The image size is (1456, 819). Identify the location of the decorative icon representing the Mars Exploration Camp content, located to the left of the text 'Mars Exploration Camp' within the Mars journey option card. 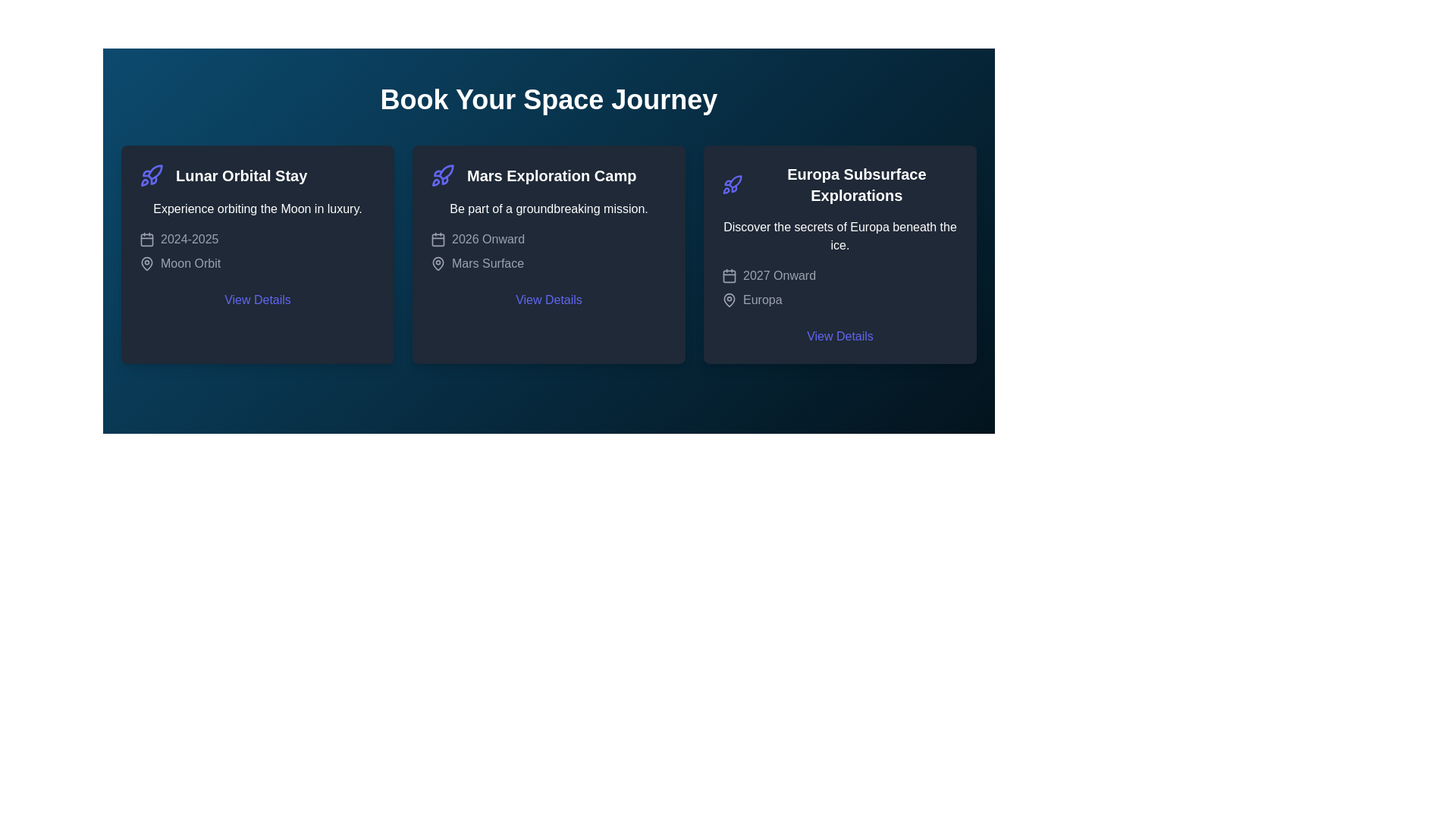
(442, 174).